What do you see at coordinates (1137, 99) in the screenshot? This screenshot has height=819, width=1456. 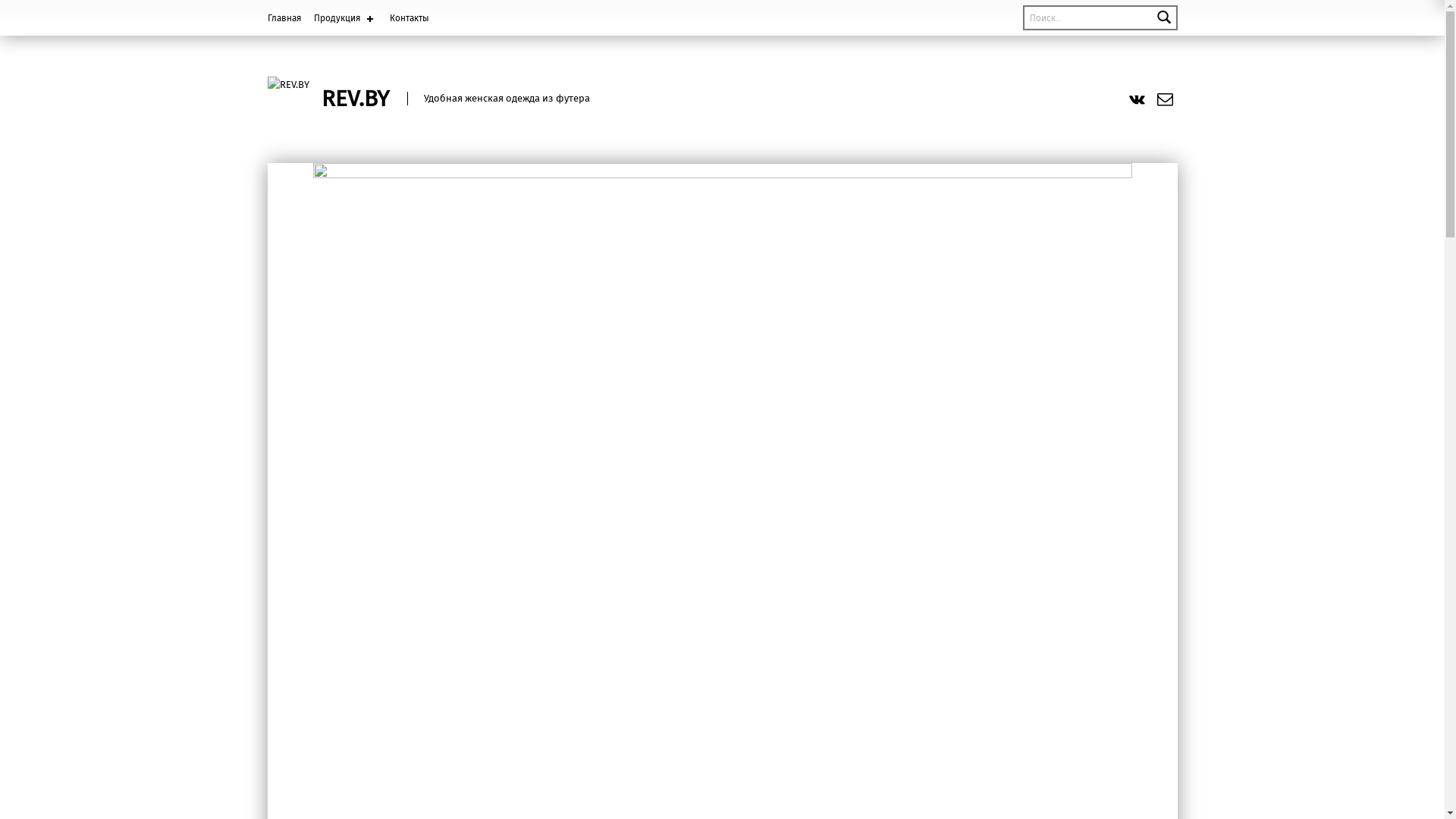 I see `'vk.com'` at bounding box center [1137, 99].